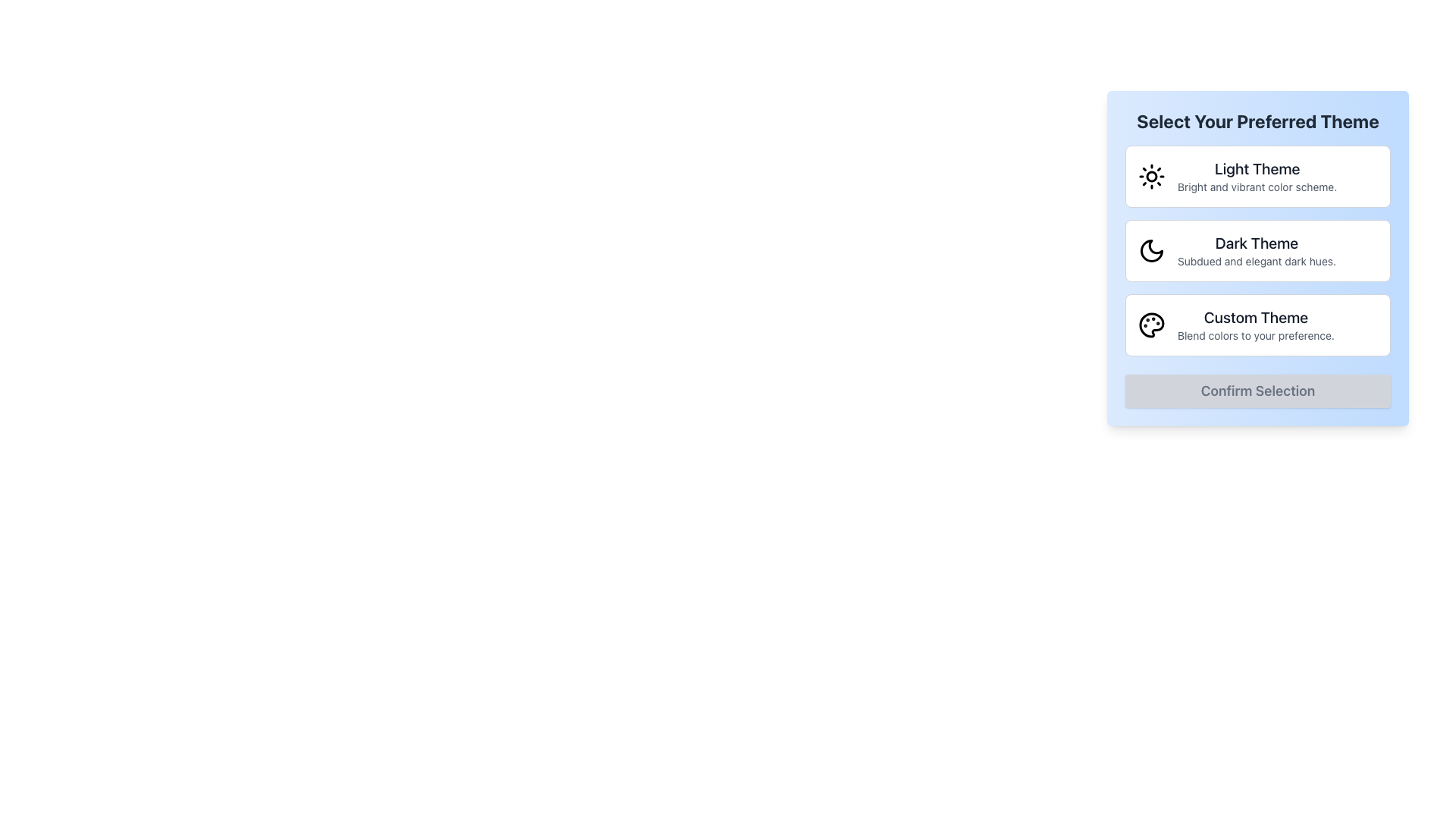  What do you see at coordinates (1257, 186) in the screenshot?
I see `the text label that describes the 'Light Theme', located beneath the title 'Light Theme' in the first theme option on the right side of the interface` at bounding box center [1257, 186].